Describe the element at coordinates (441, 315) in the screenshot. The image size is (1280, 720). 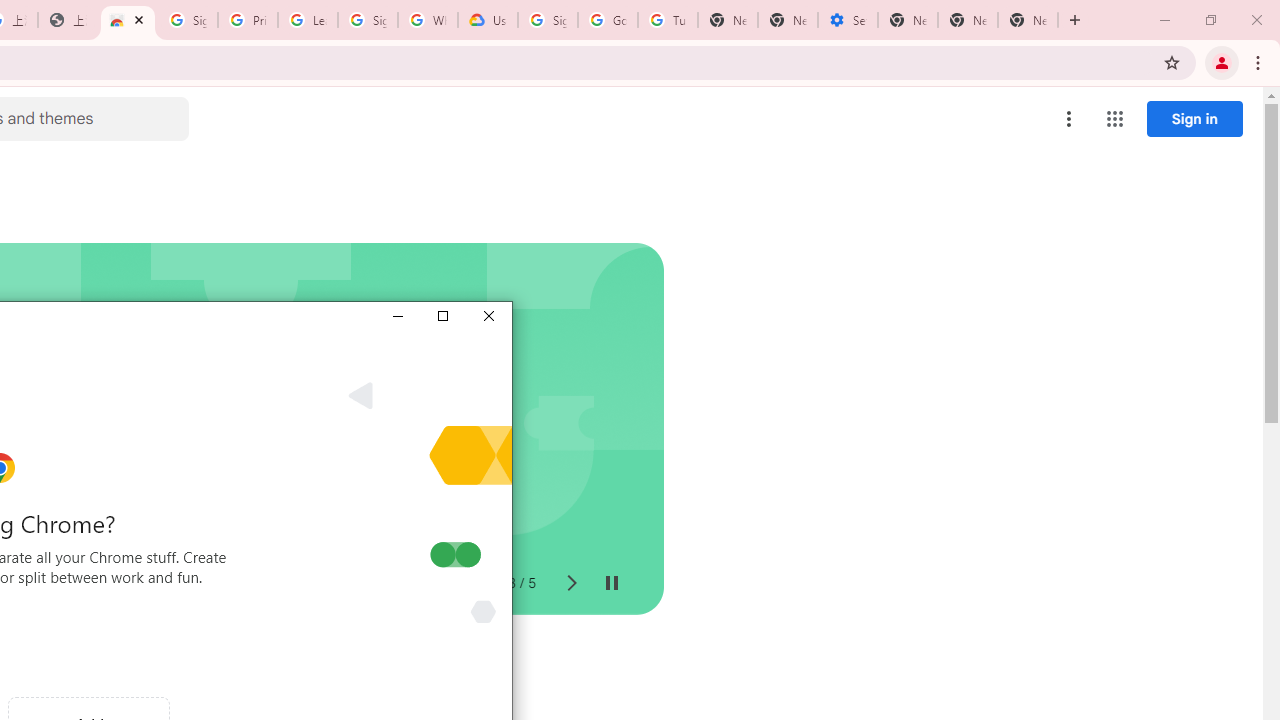
I see `'Maximize'` at that location.